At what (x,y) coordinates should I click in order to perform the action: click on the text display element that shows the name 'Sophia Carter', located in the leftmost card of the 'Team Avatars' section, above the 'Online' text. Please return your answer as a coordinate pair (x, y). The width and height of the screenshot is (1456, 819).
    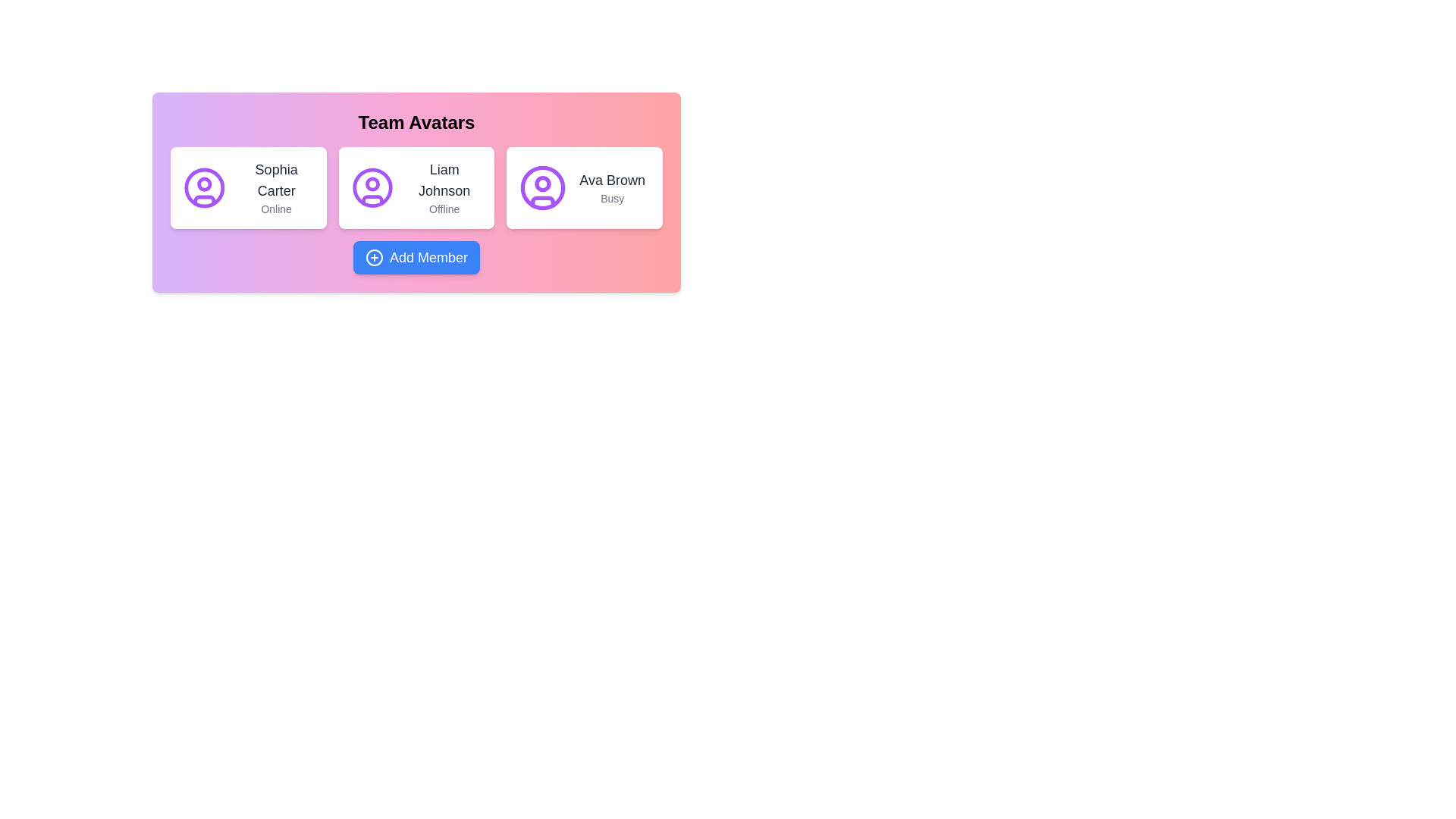
    Looking at the image, I should click on (276, 180).